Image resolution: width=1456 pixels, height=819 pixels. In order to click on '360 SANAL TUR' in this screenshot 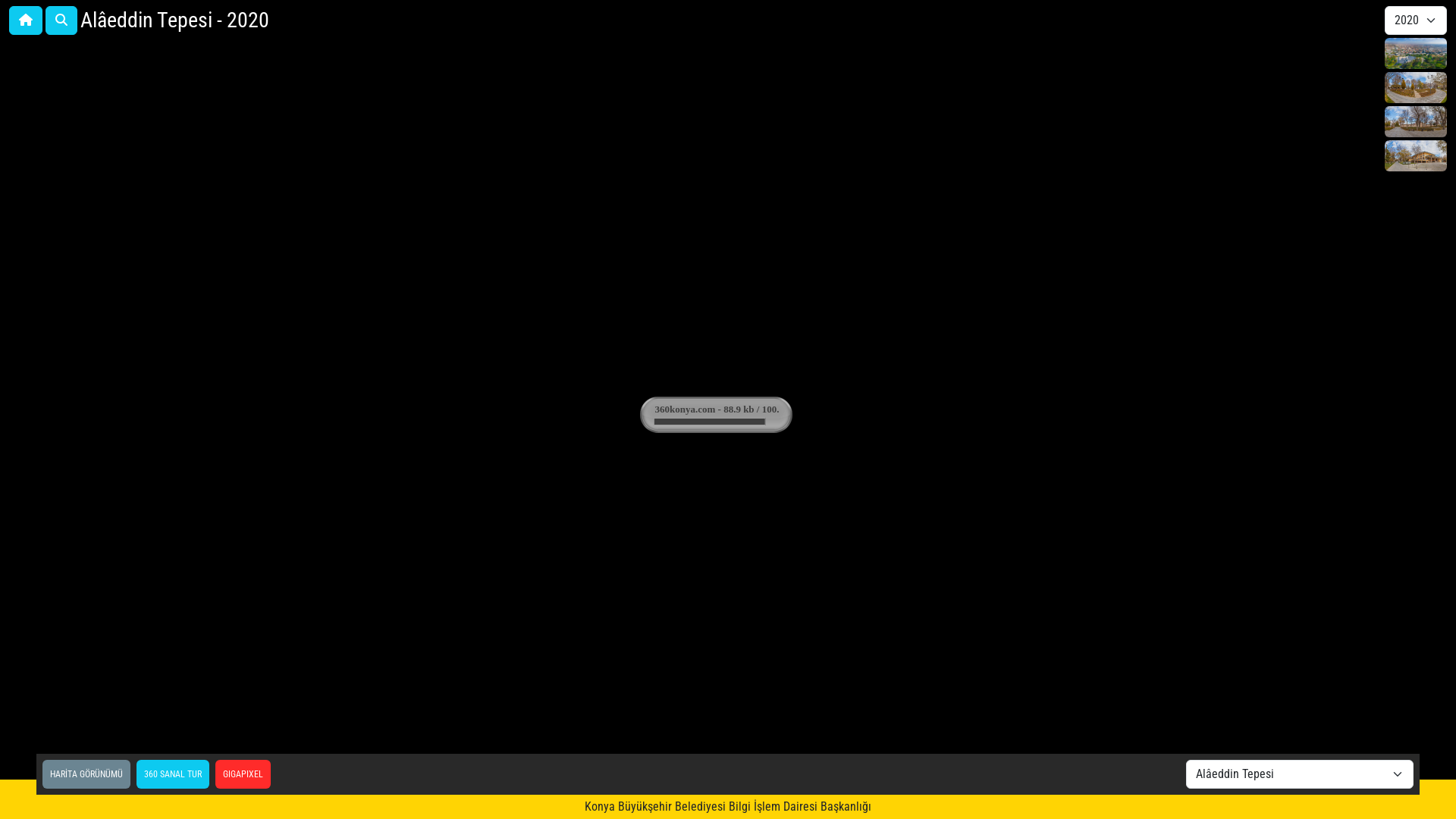, I will do `click(172, 774)`.